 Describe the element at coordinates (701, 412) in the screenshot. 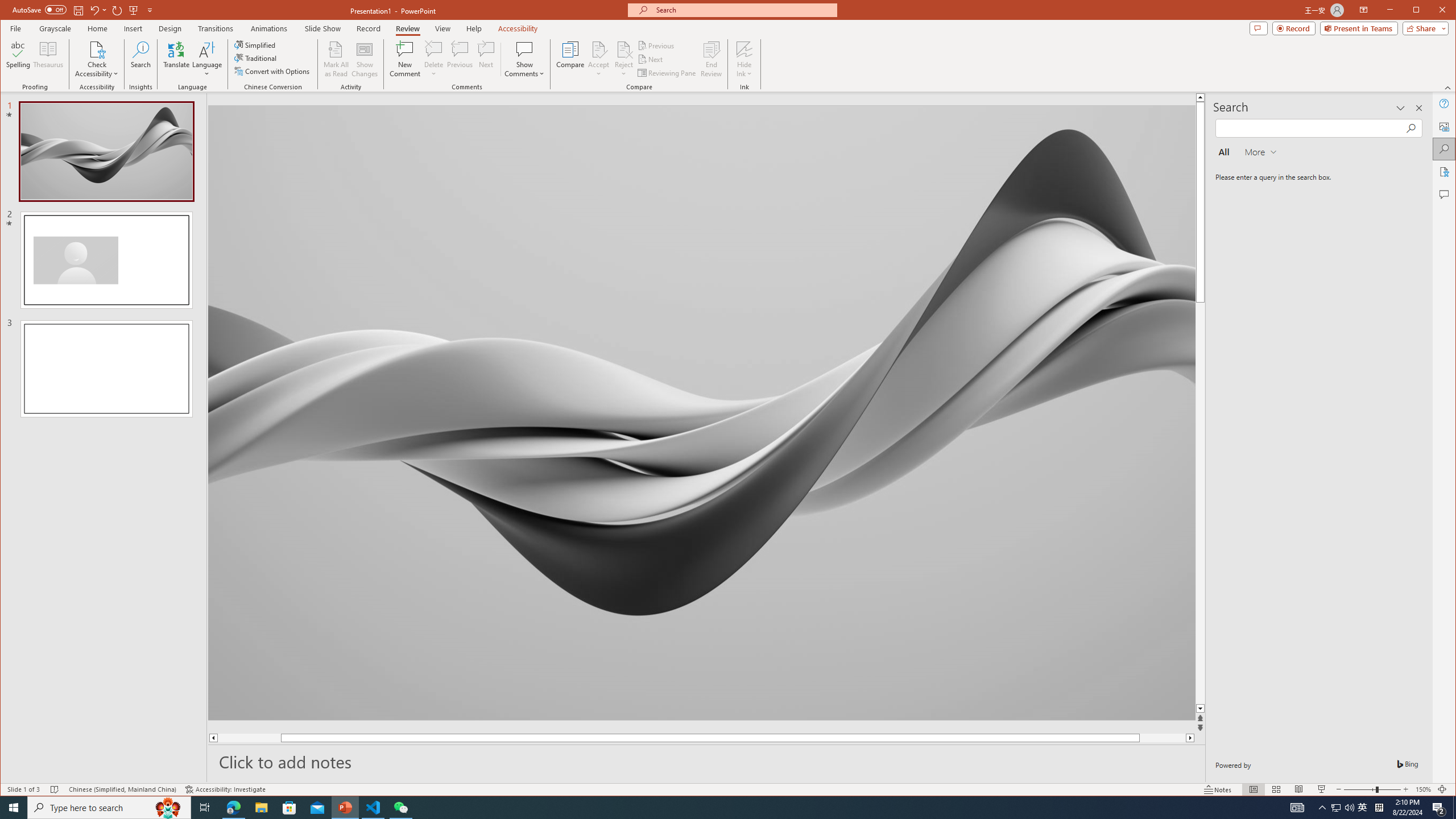

I see `'Wavy 3D art'` at that location.